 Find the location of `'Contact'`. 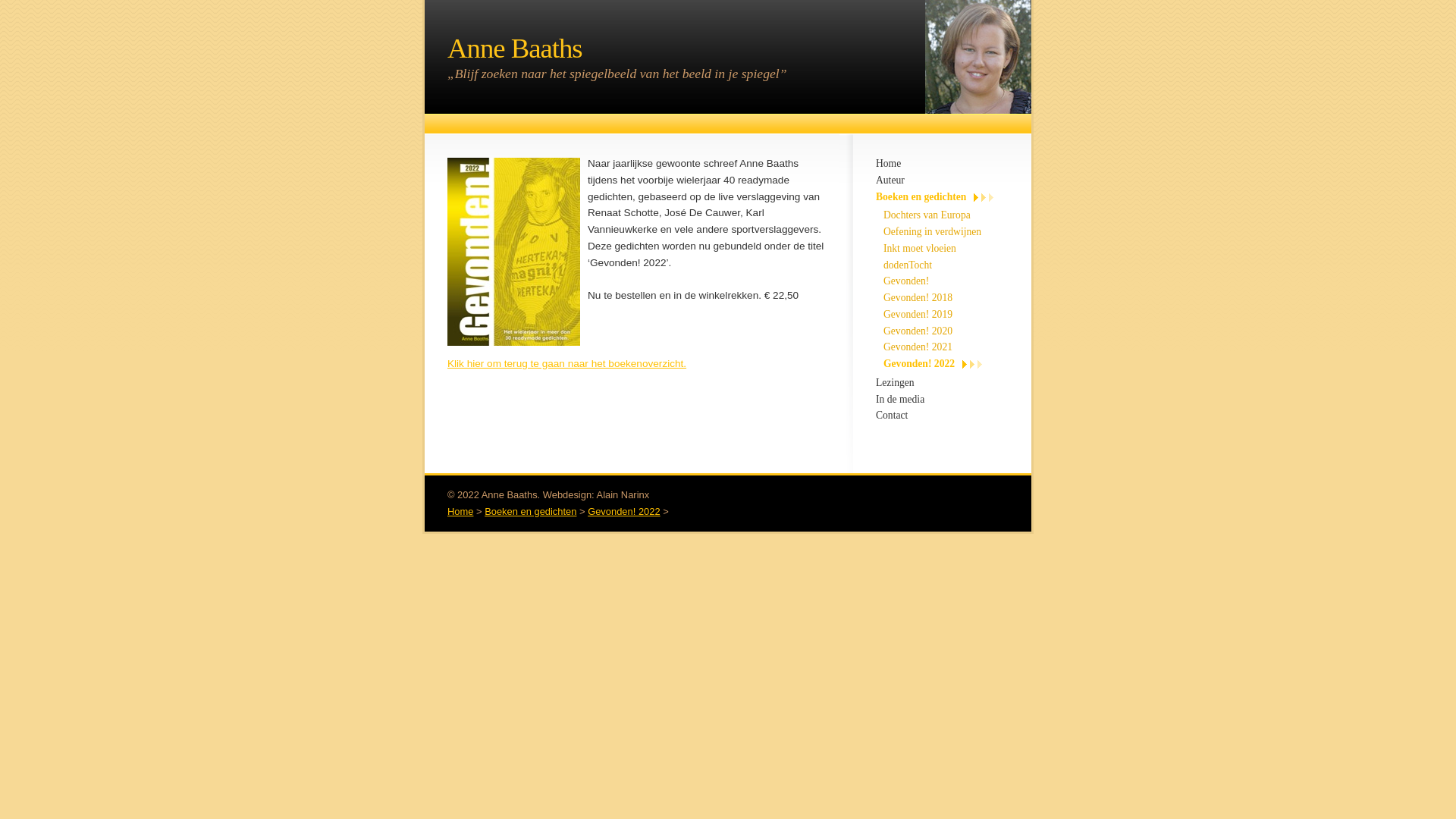

'Contact' is located at coordinates (892, 415).